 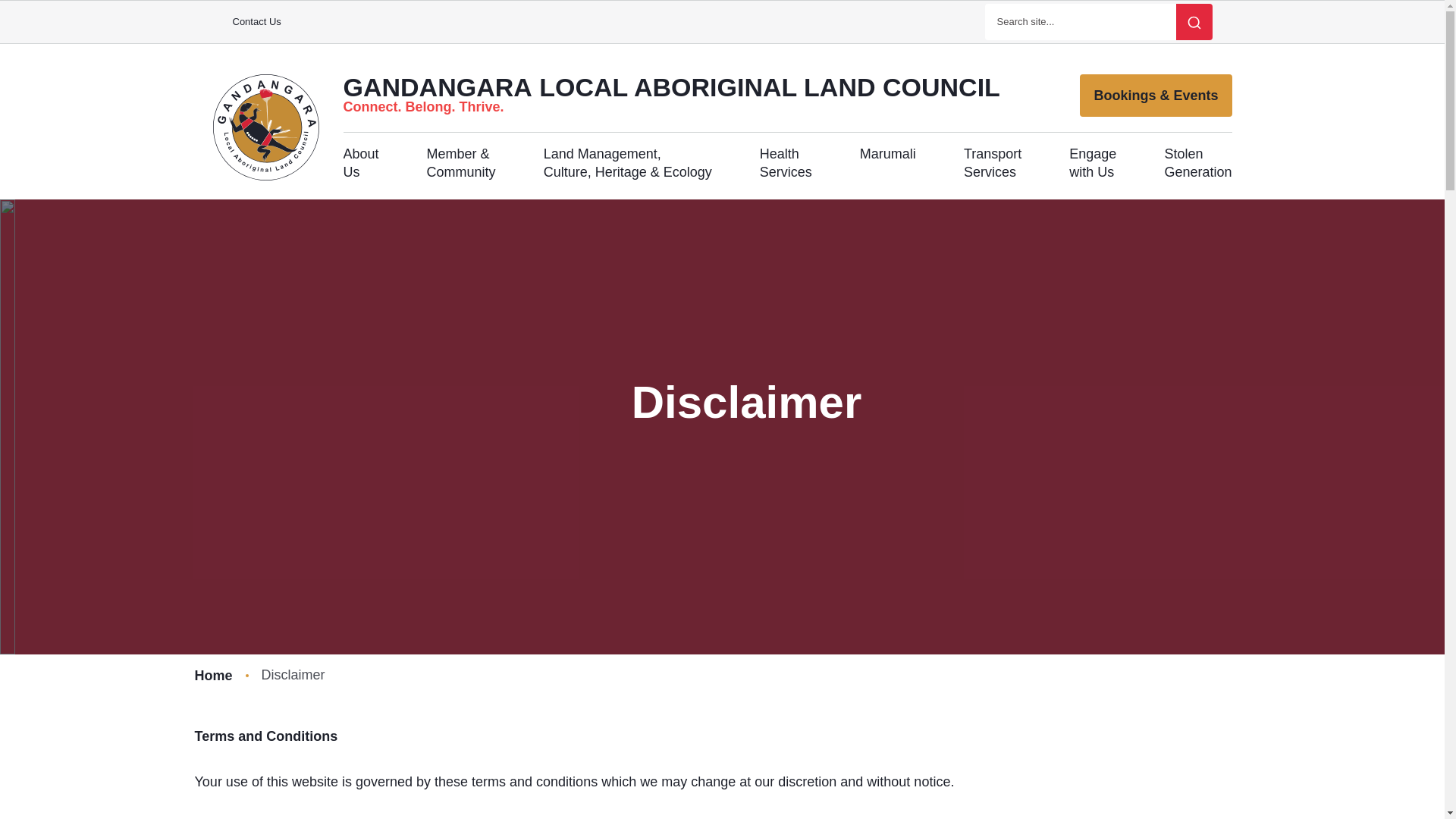 What do you see at coordinates (993, 163) in the screenshot?
I see `'Transport` at bounding box center [993, 163].